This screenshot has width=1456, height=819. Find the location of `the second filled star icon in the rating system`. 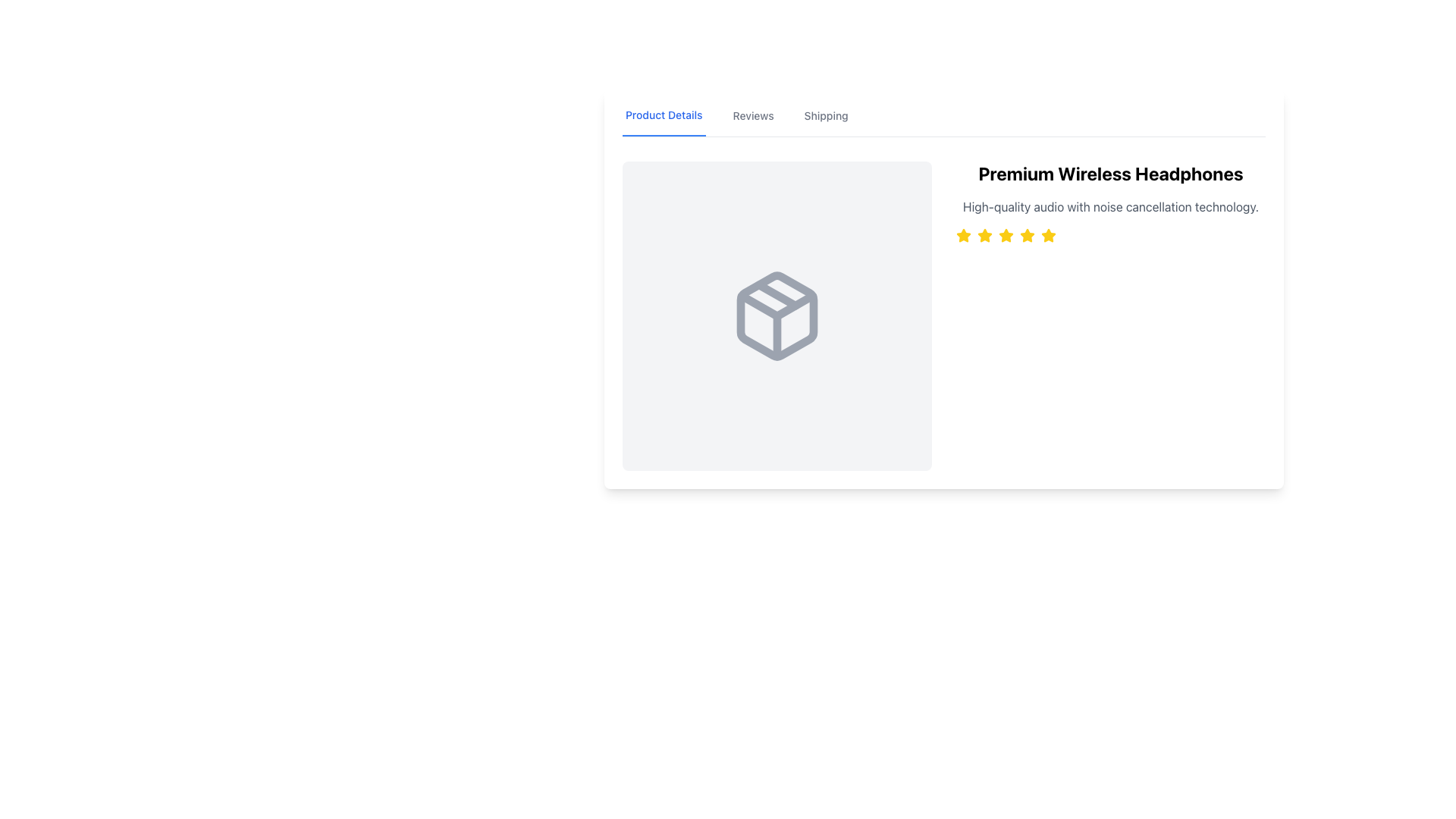

the second filled star icon in the rating system is located at coordinates (985, 235).